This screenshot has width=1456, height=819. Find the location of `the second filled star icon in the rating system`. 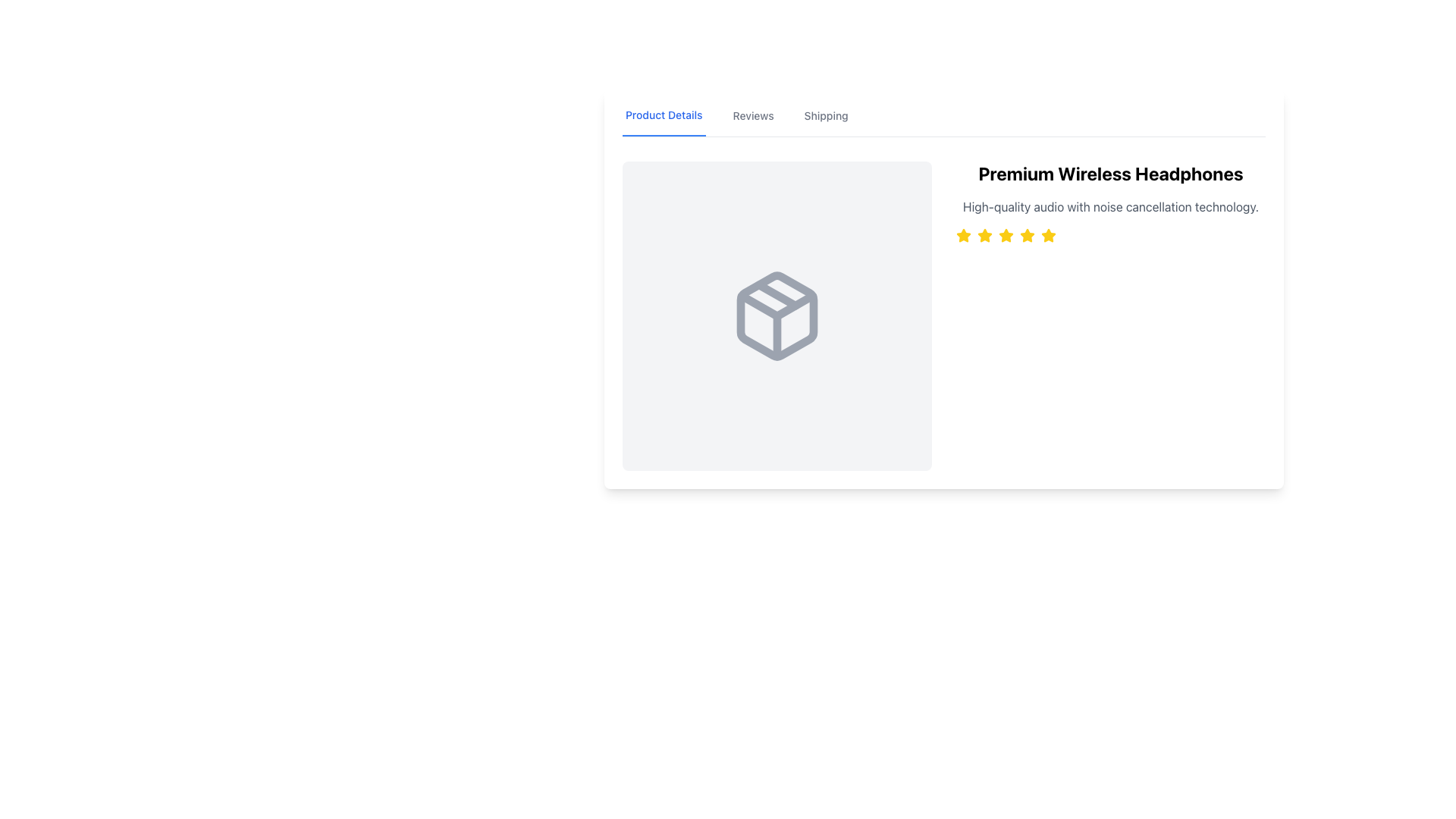

the second filled star icon in the rating system is located at coordinates (985, 235).